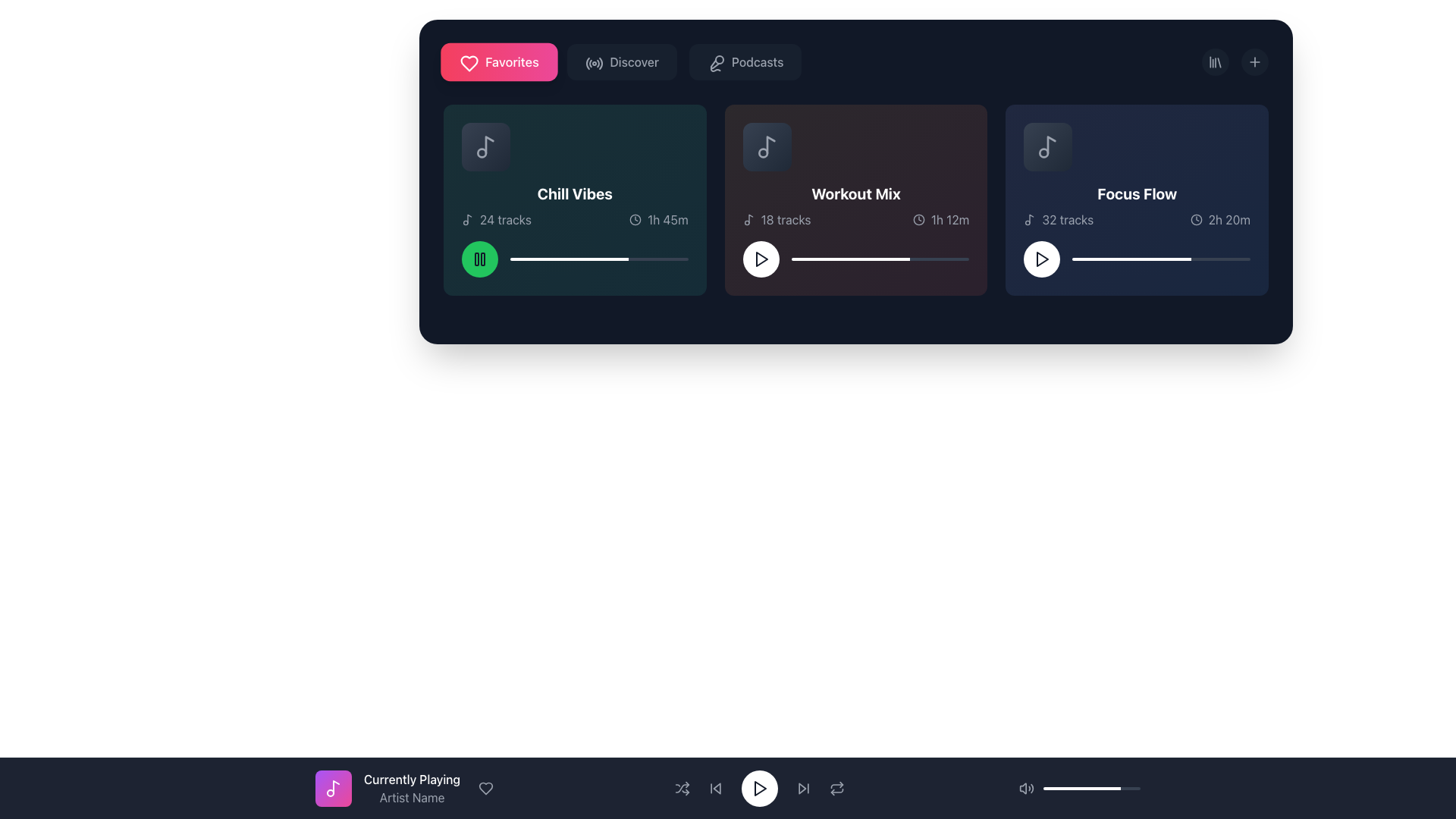  Describe the element at coordinates (855, 199) in the screenshot. I see `the Playlist card located in the center of the primary playlist selection area` at that location.